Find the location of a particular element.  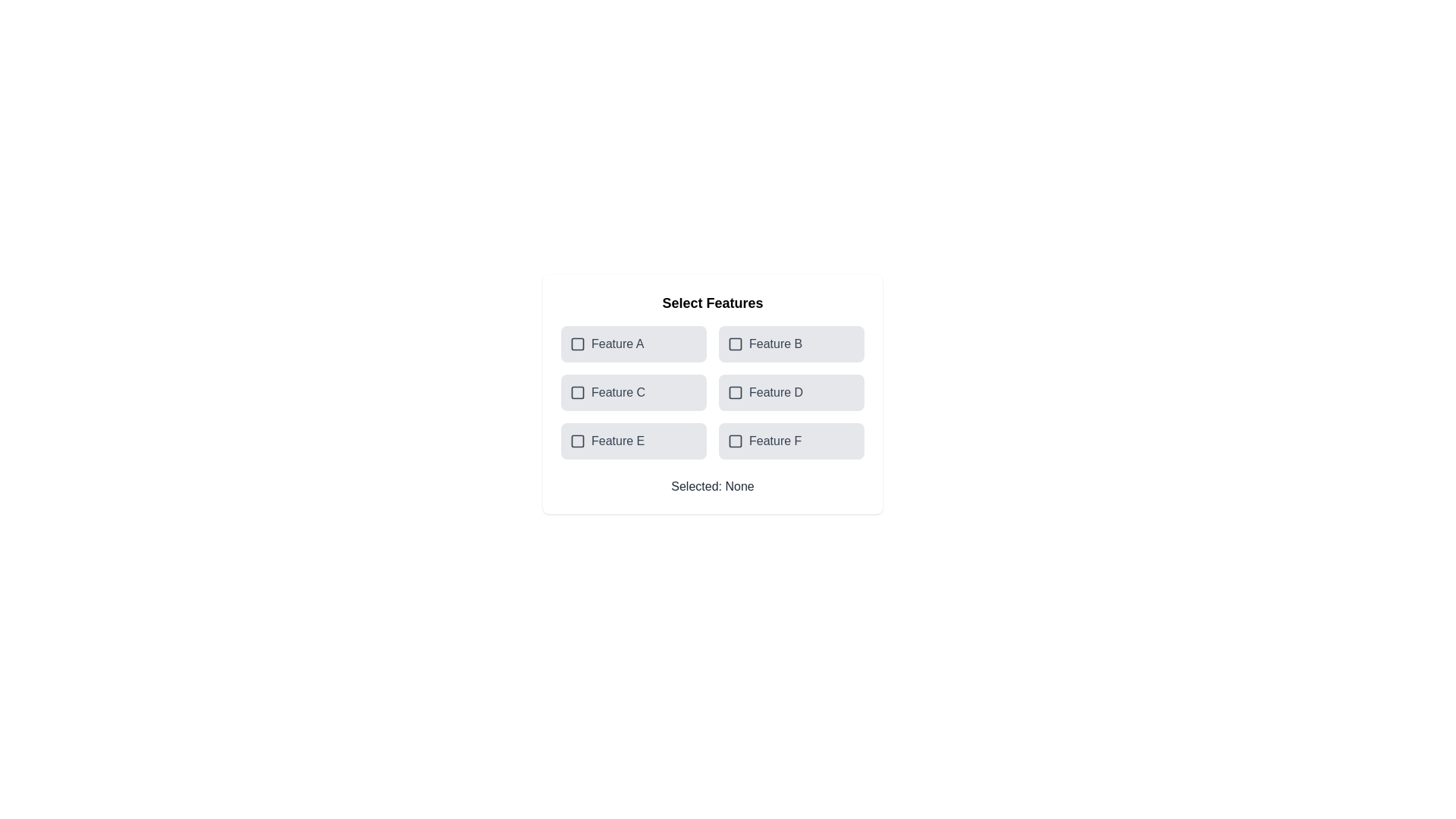

the red Checkbox located in the left column beside the label 'Feature C' in the third row of the grid is located at coordinates (577, 391).